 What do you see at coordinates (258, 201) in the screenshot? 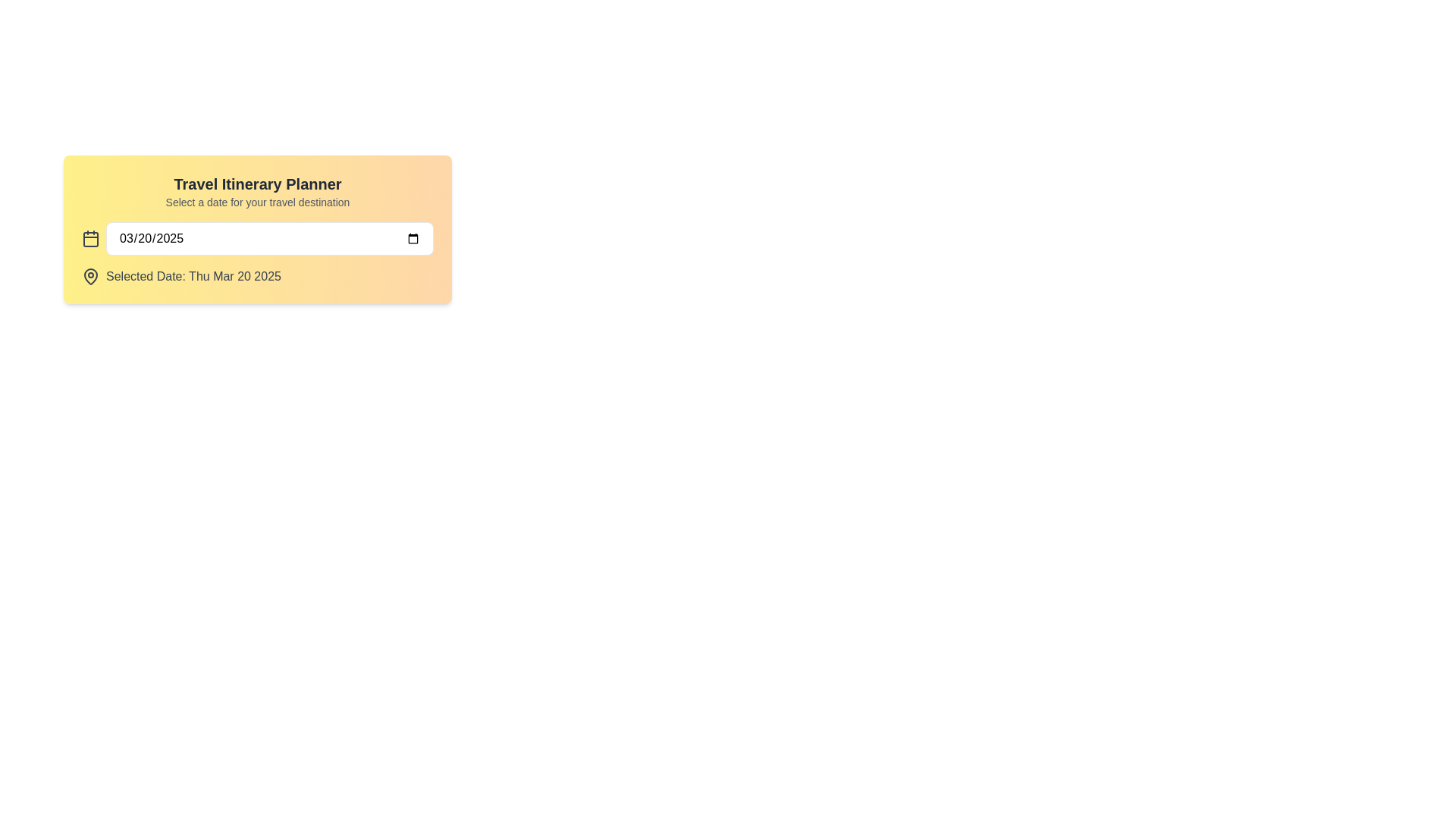
I see `the static text that reads 'Select a date for your travel destination', which is located below the 'Travel Itinerary Planner' heading and above the date selection field` at bounding box center [258, 201].